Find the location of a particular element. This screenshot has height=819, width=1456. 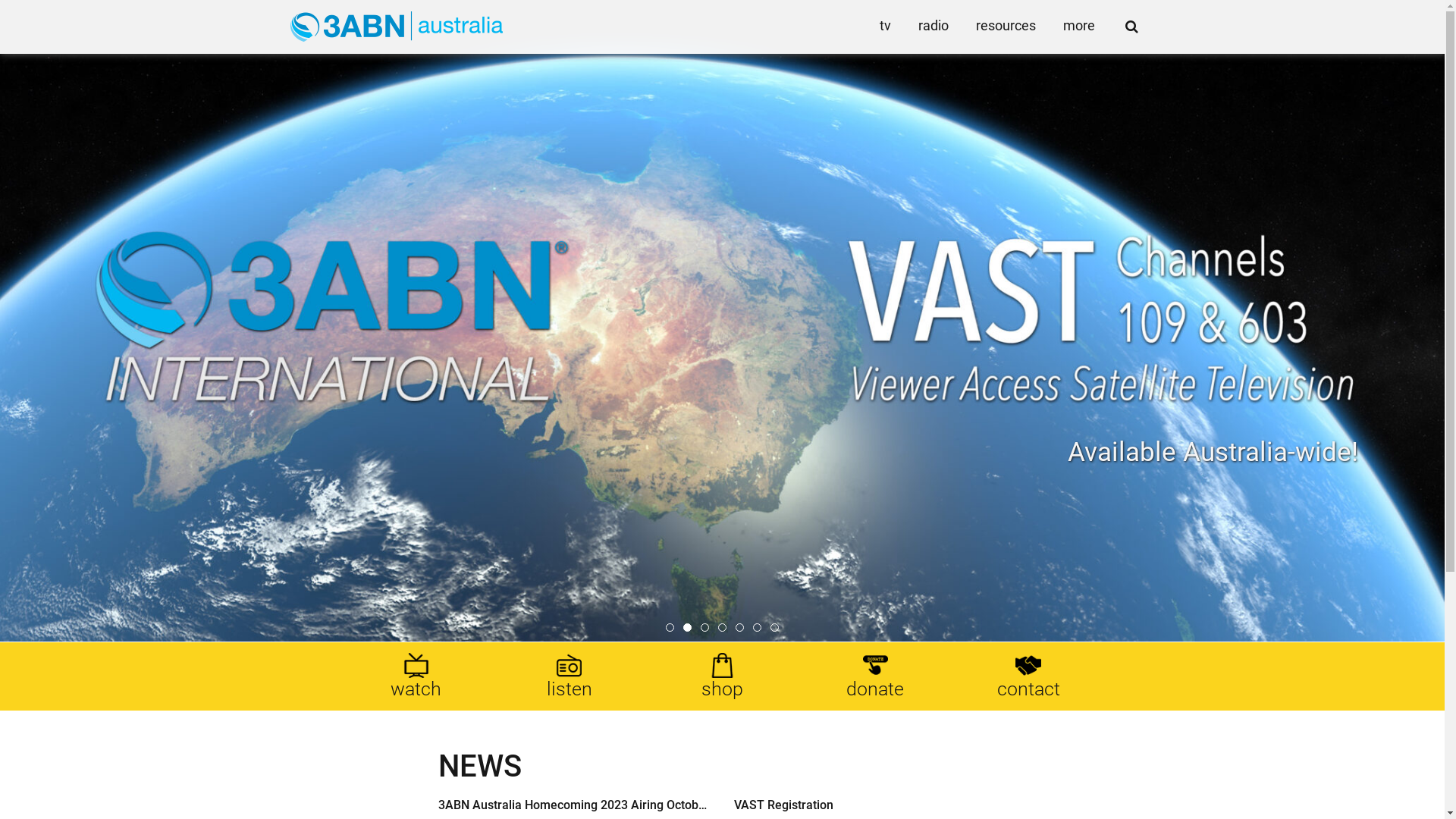

'3ABN Australia Homecoming 2023 Airing October 19!' is located at coordinates (574, 804).